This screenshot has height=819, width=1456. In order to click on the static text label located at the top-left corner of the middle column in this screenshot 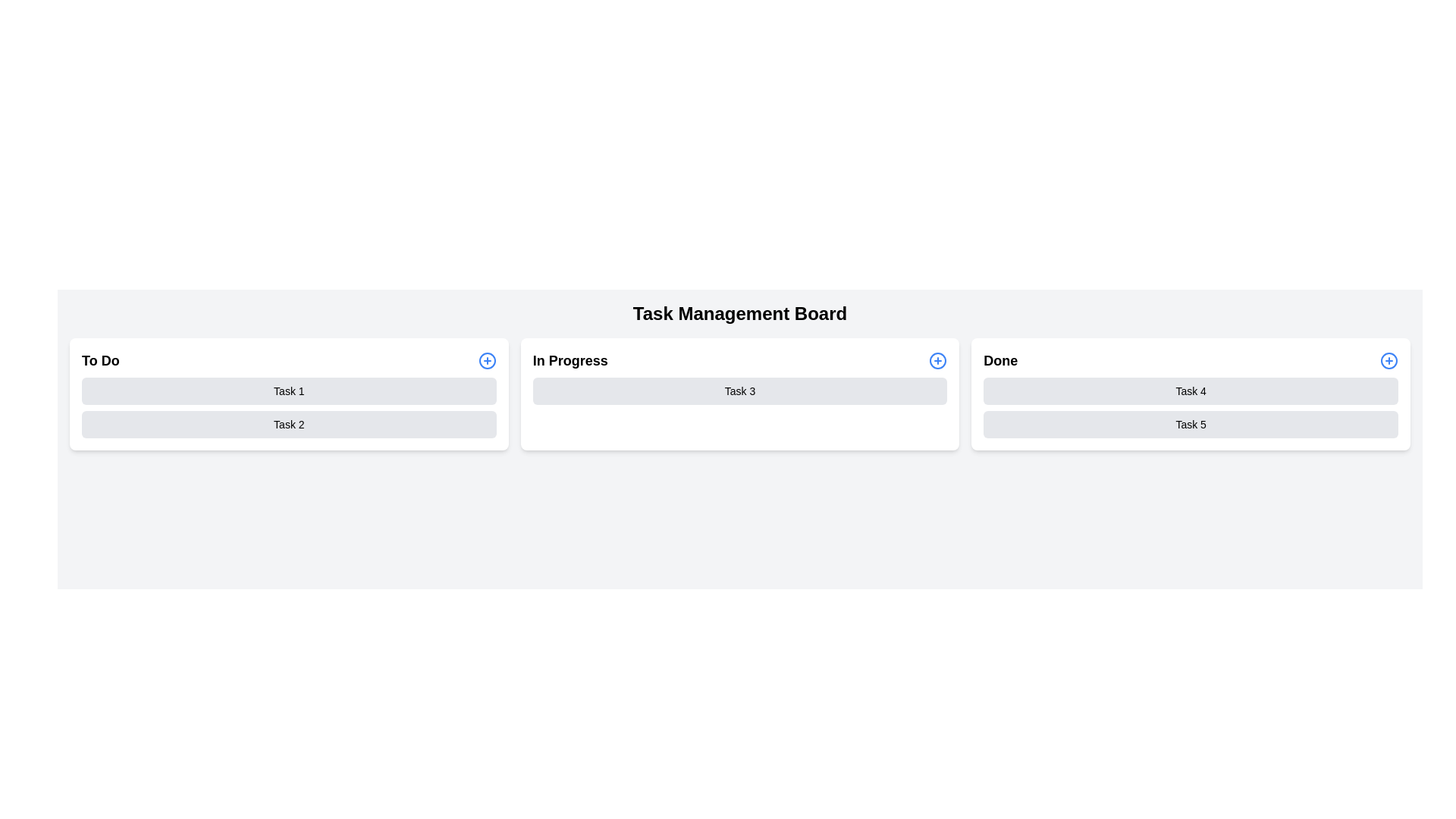, I will do `click(570, 360)`.